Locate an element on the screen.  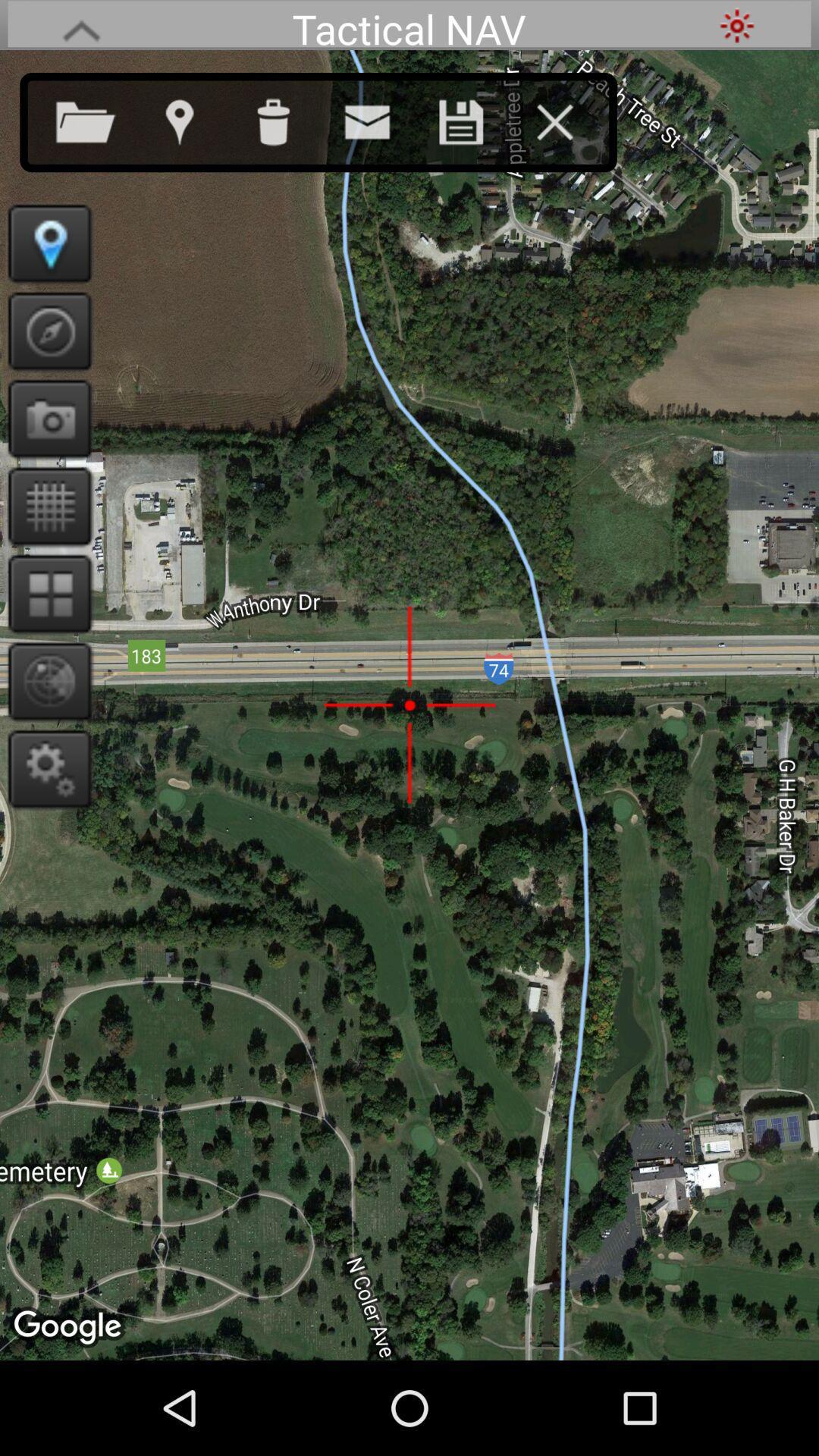
open files is located at coordinates (101, 118).